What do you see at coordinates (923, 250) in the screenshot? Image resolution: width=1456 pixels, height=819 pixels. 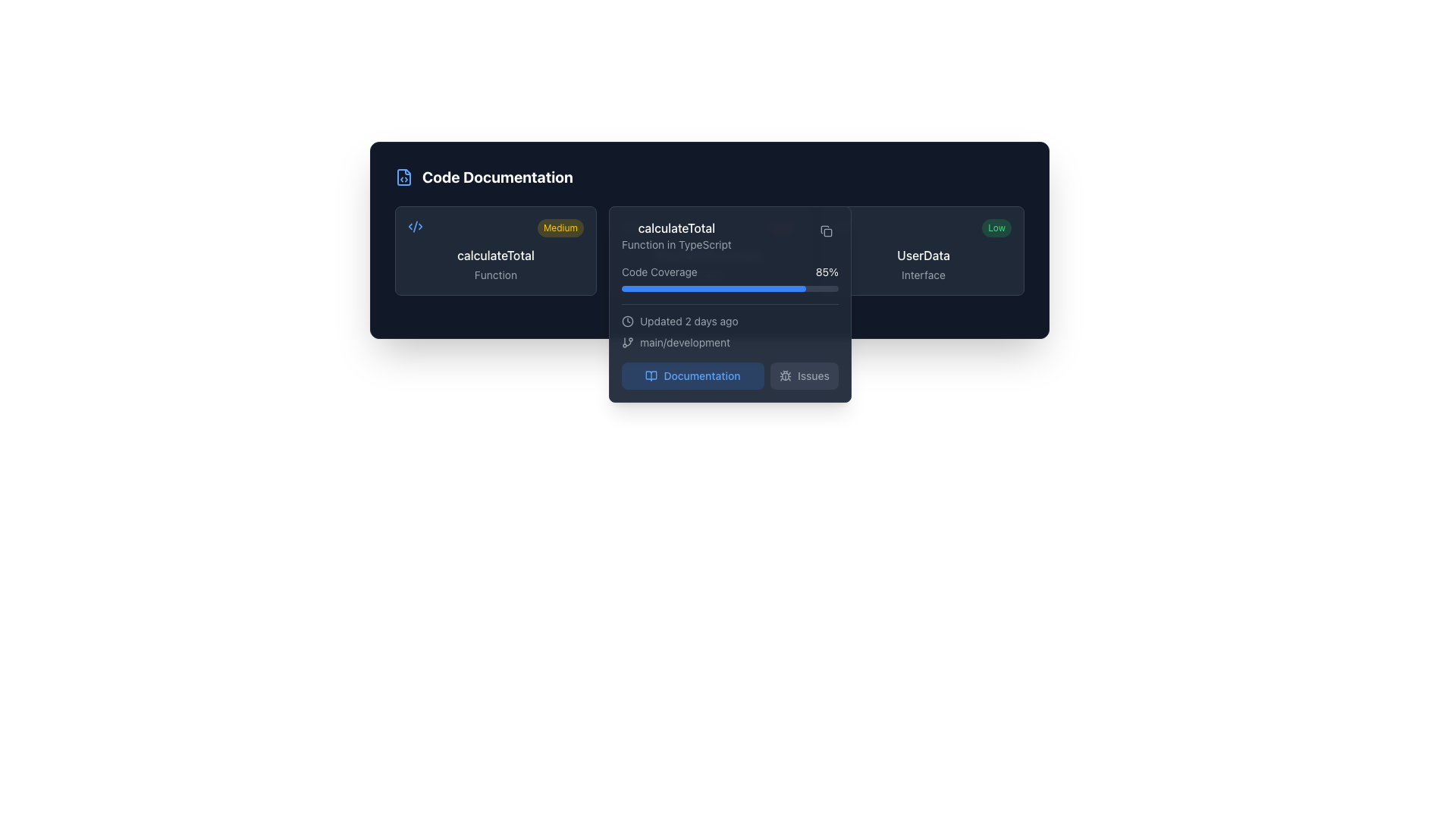 I see `the 'UserData' Information card located in the rightmost column of the grid` at bounding box center [923, 250].